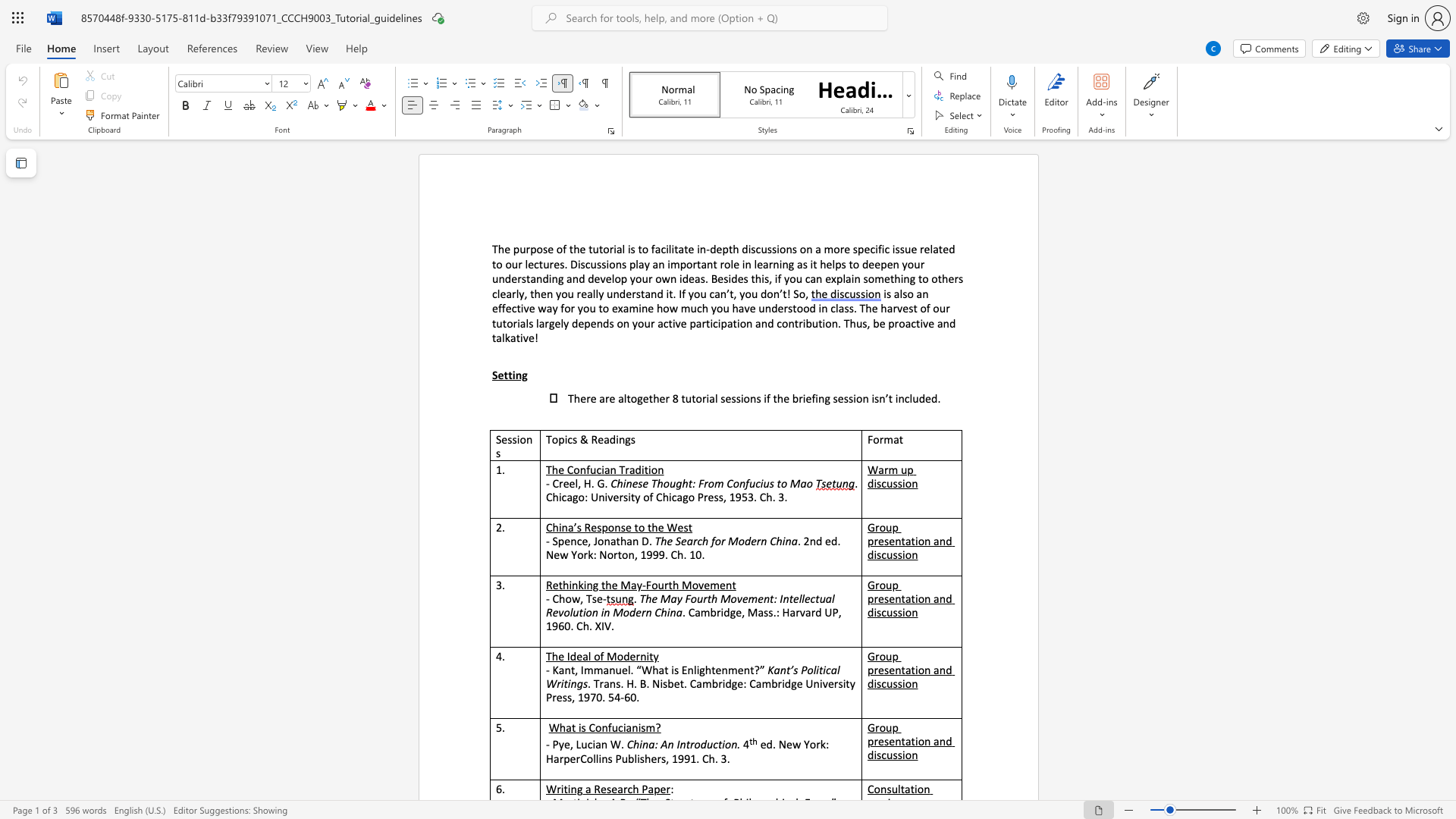  Describe the element at coordinates (815, 669) in the screenshot. I see `the subset text "itic" within the text "Kant’s Political Writings"` at that location.